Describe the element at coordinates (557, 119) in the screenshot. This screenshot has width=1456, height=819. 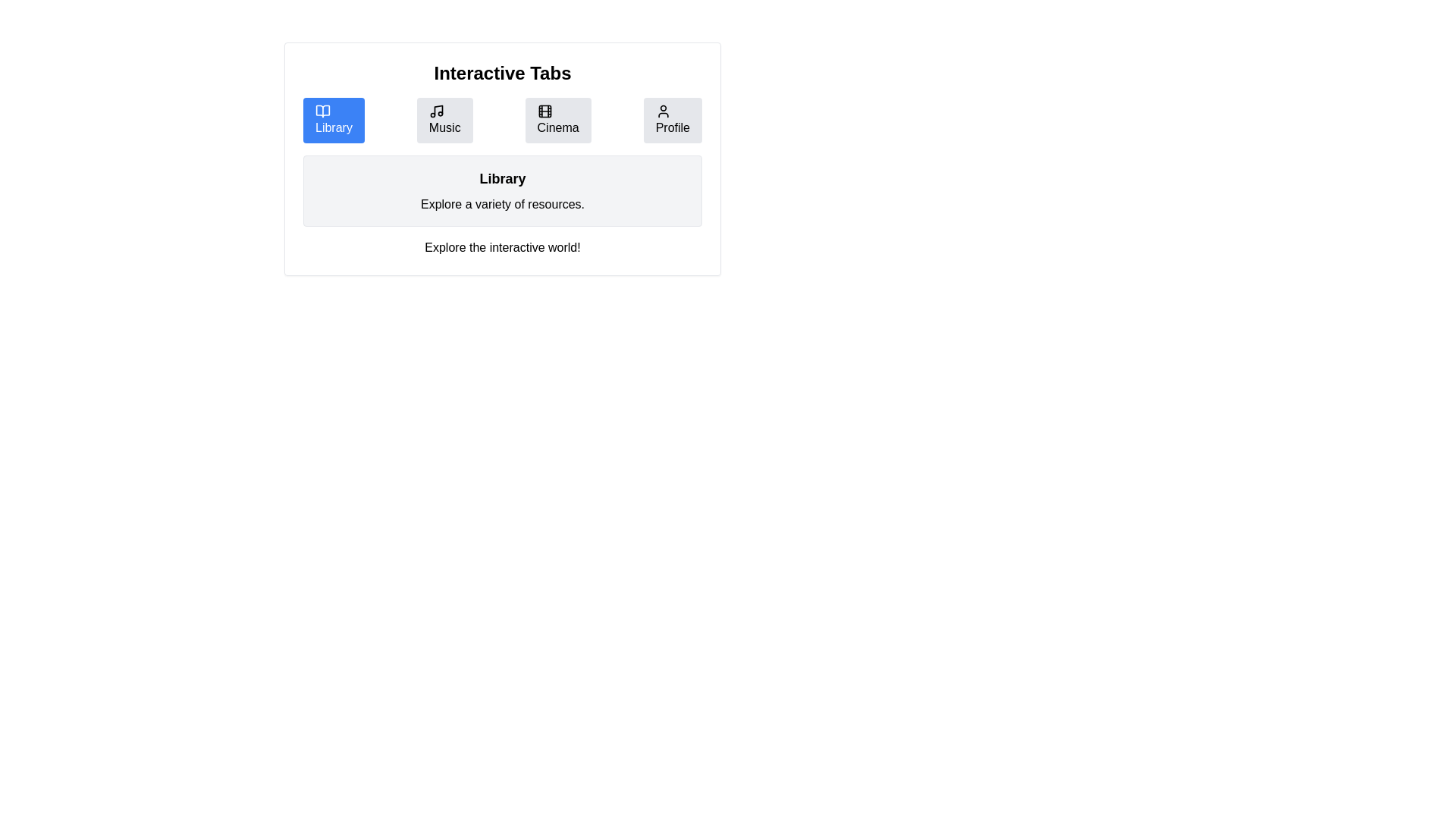
I see `the Cinema tab to view its content` at that location.